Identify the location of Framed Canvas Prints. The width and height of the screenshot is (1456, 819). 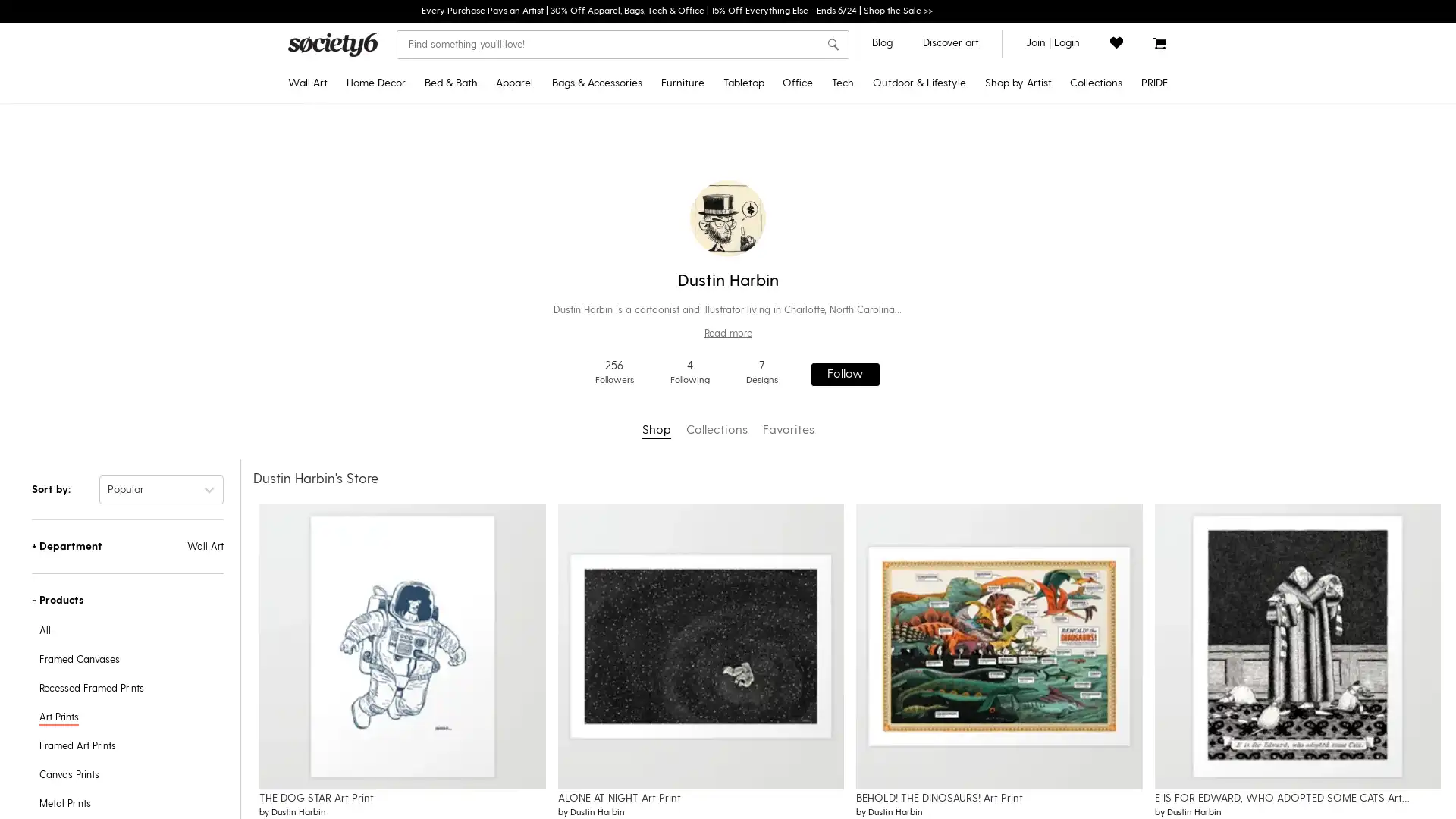
(356, 219).